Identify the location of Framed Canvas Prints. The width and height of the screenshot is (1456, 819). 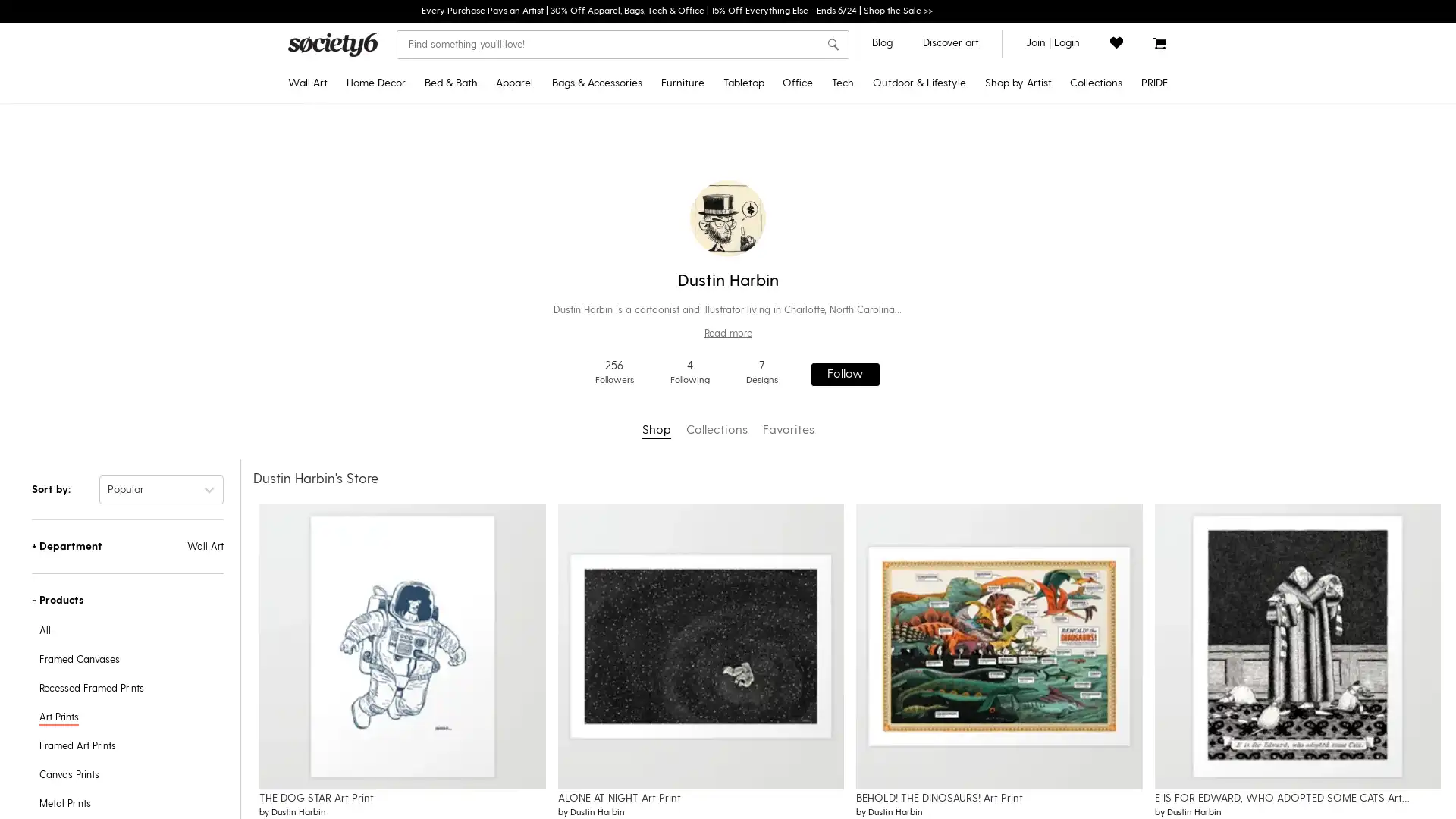
(356, 219).